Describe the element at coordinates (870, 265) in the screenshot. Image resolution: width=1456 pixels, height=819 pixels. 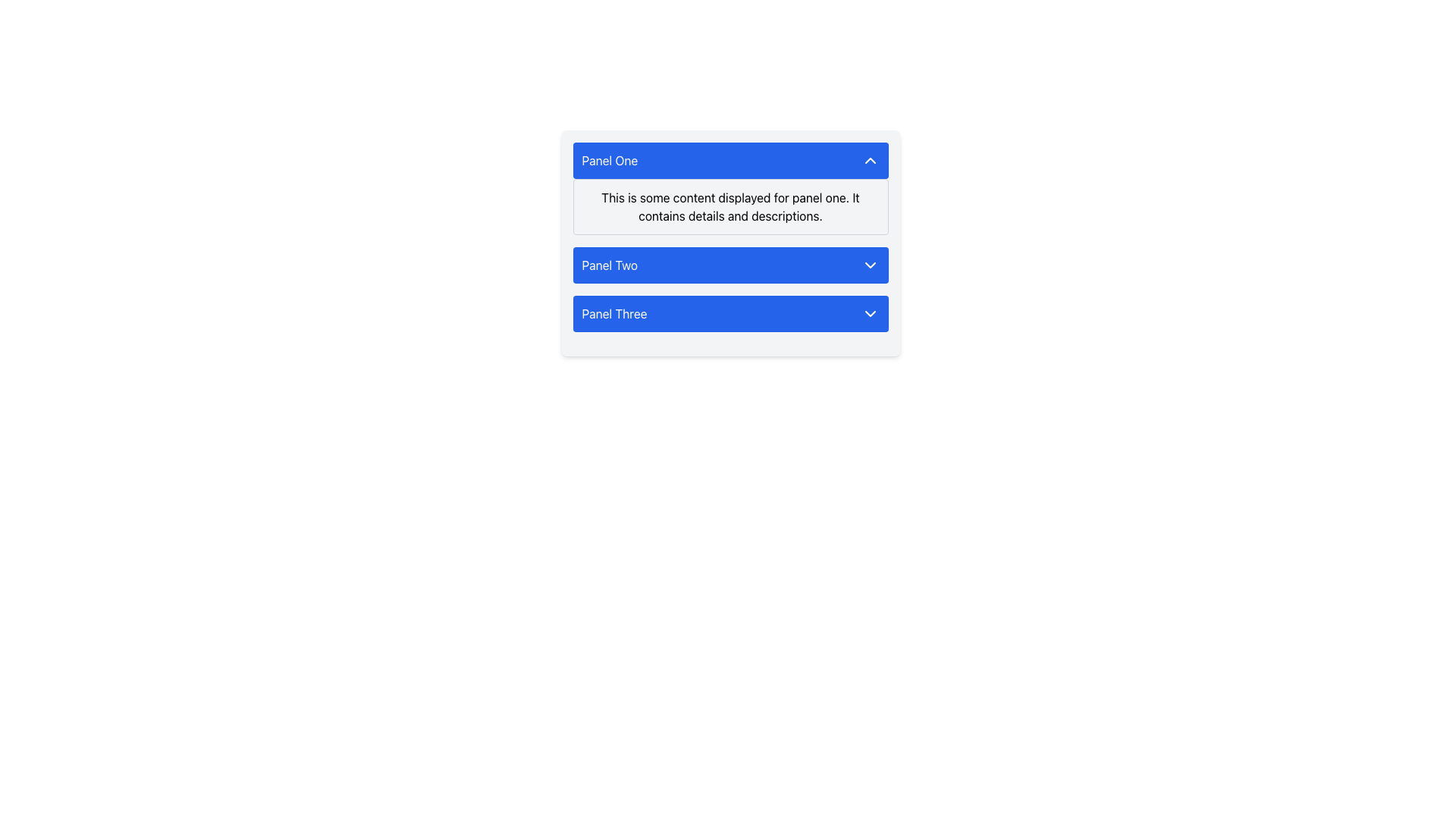
I see `the downward-pointing chevron icon located at the right end of the 'Panel Two' button, which is styled with a thin, rounded stroke and no fill` at that location.